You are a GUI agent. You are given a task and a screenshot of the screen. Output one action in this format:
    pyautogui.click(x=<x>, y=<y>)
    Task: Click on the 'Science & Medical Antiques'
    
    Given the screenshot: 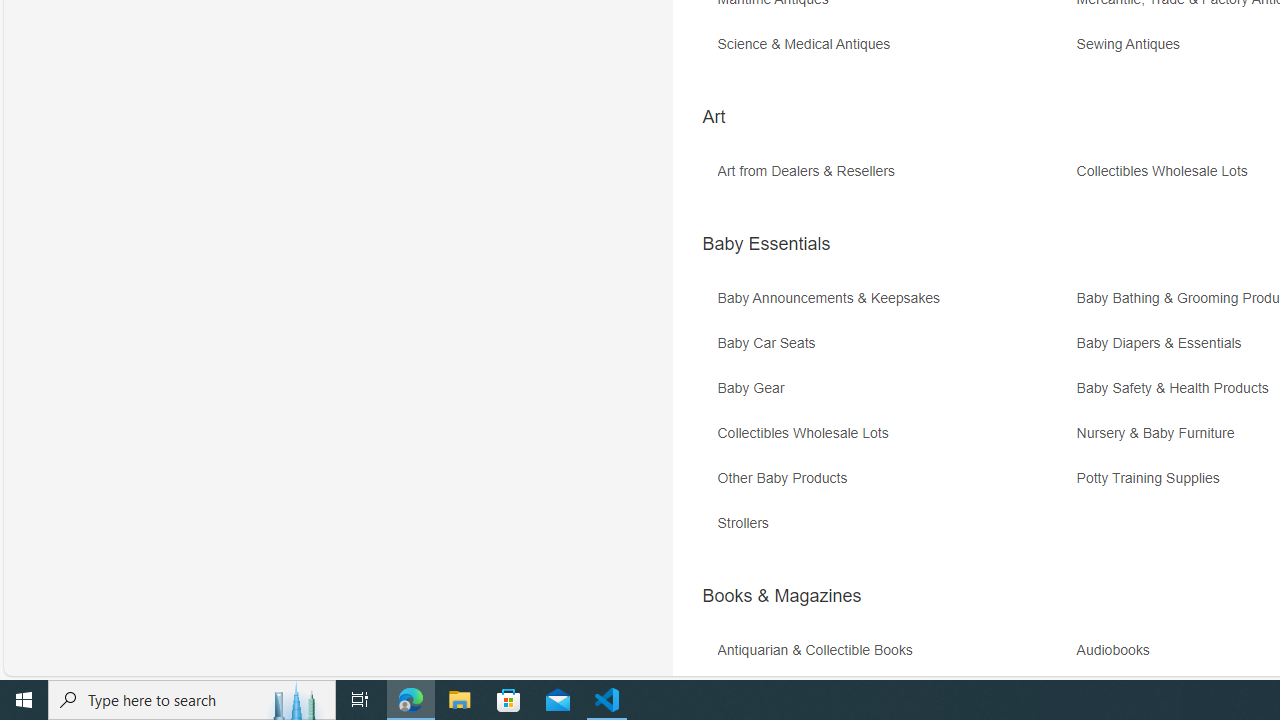 What is the action you would take?
    pyautogui.click(x=893, y=50)
    